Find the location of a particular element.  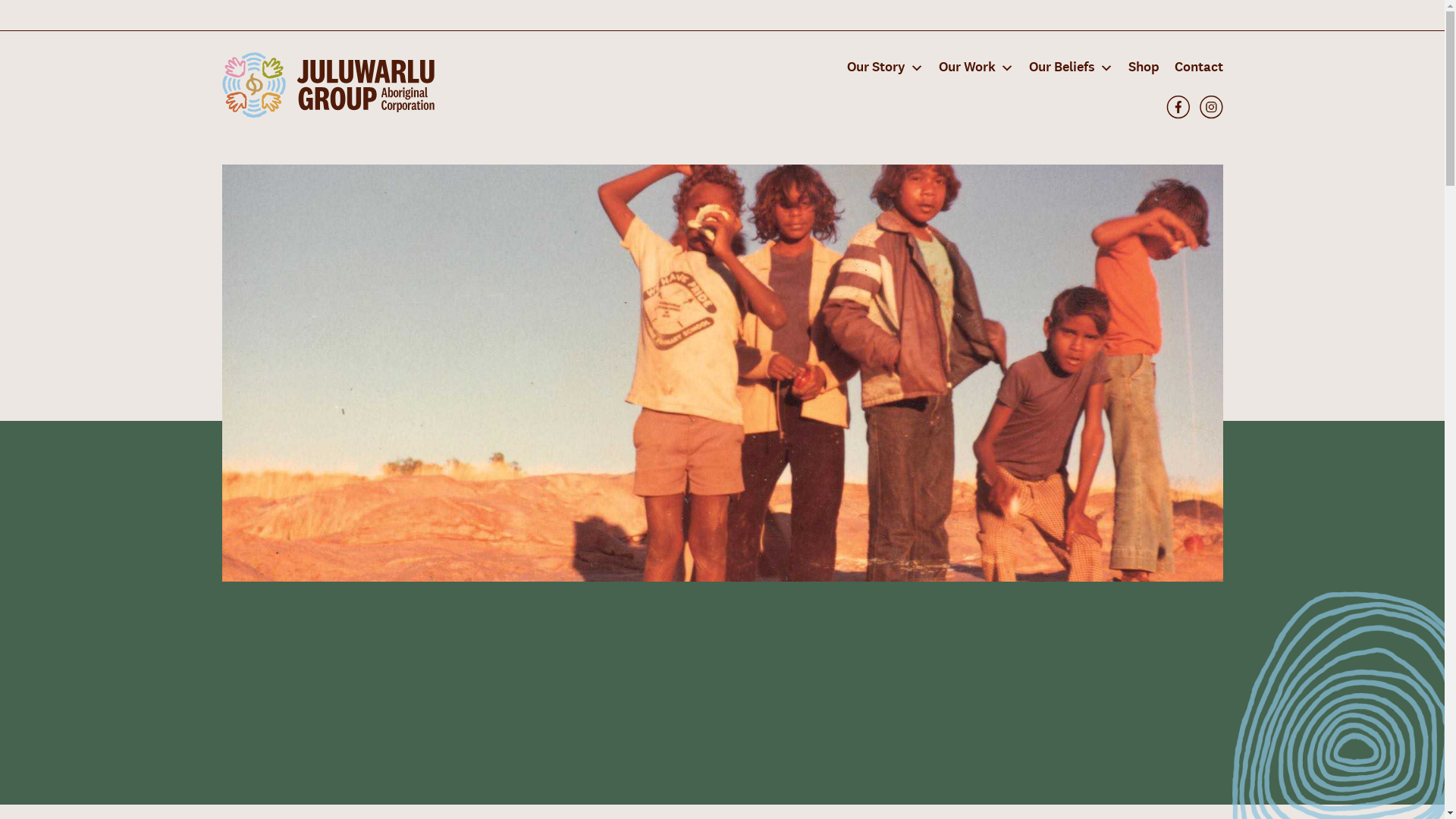

'Our Work' is located at coordinates (976, 66).